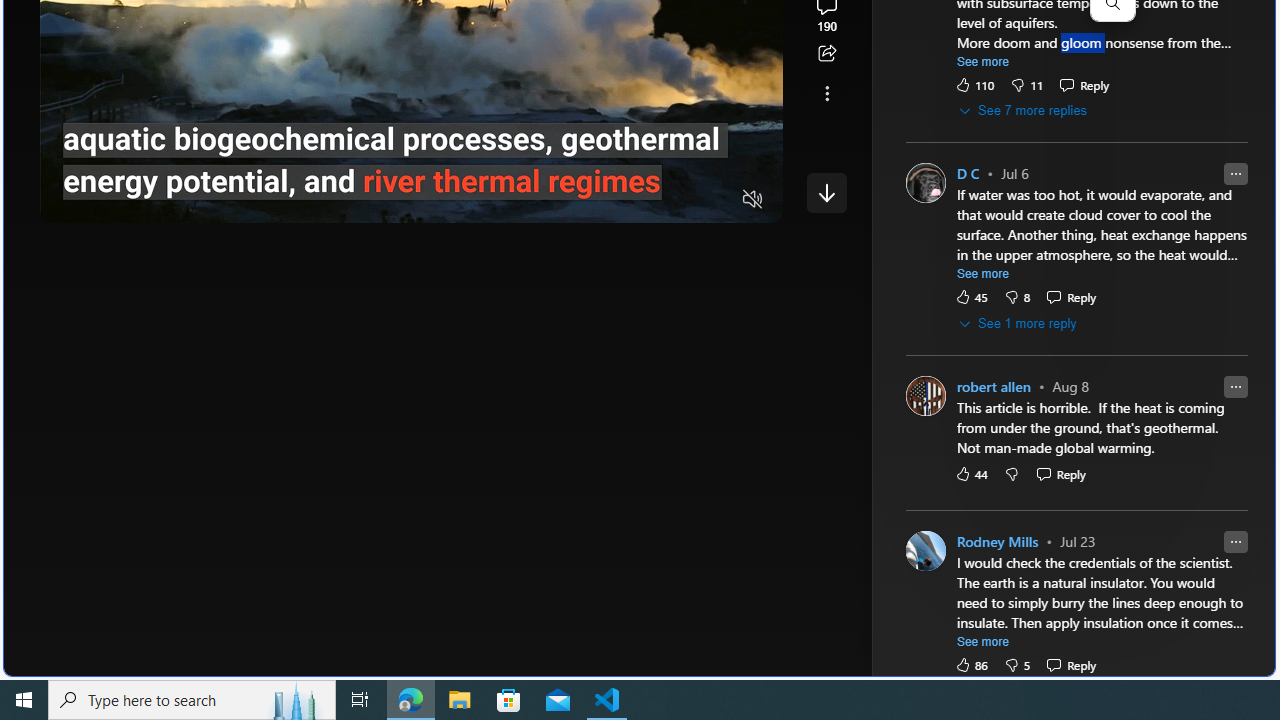 Image resolution: width=1280 pixels, height=720 pixels. Describe the element at coordinates (826, 53) in the screenshot. I see `'Share this story'` at that location.